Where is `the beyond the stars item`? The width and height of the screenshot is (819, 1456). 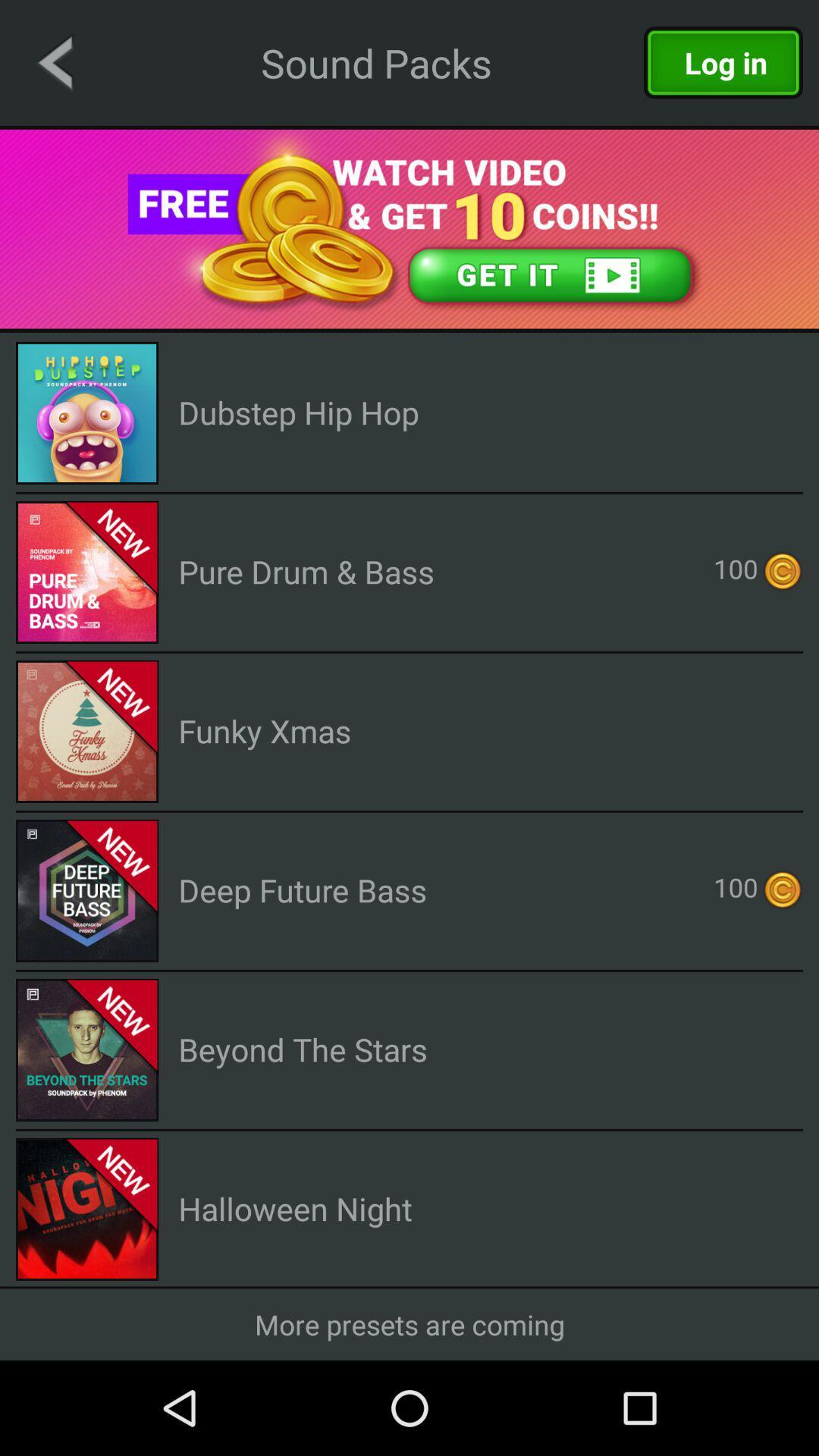
the beyond the stars item is located at coordinates (303, 1048).